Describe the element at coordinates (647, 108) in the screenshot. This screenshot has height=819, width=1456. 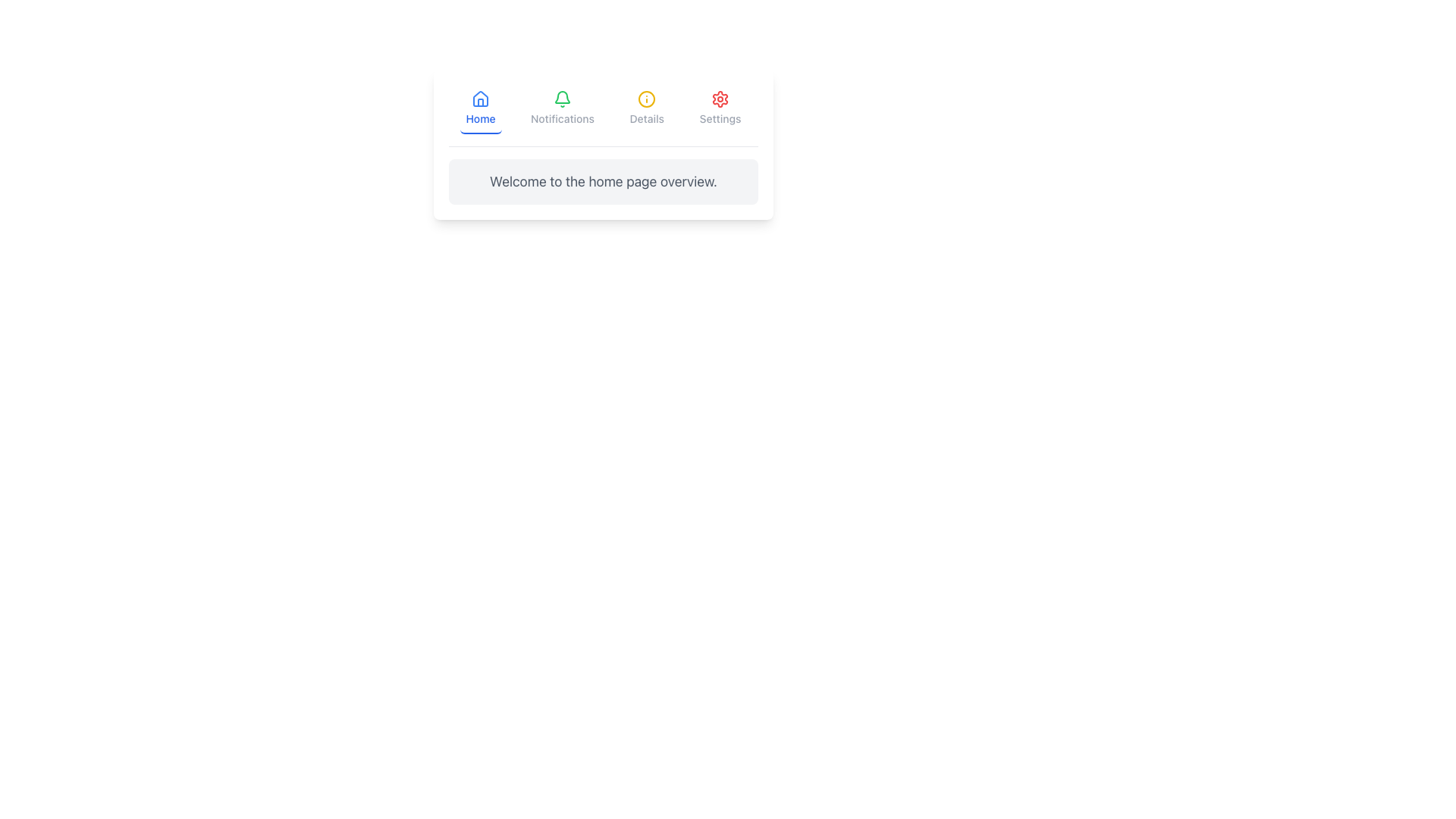
I see `the 'Details' button which is a yellow circular icon with an 'i' symbol and a label beneath it` at that location.